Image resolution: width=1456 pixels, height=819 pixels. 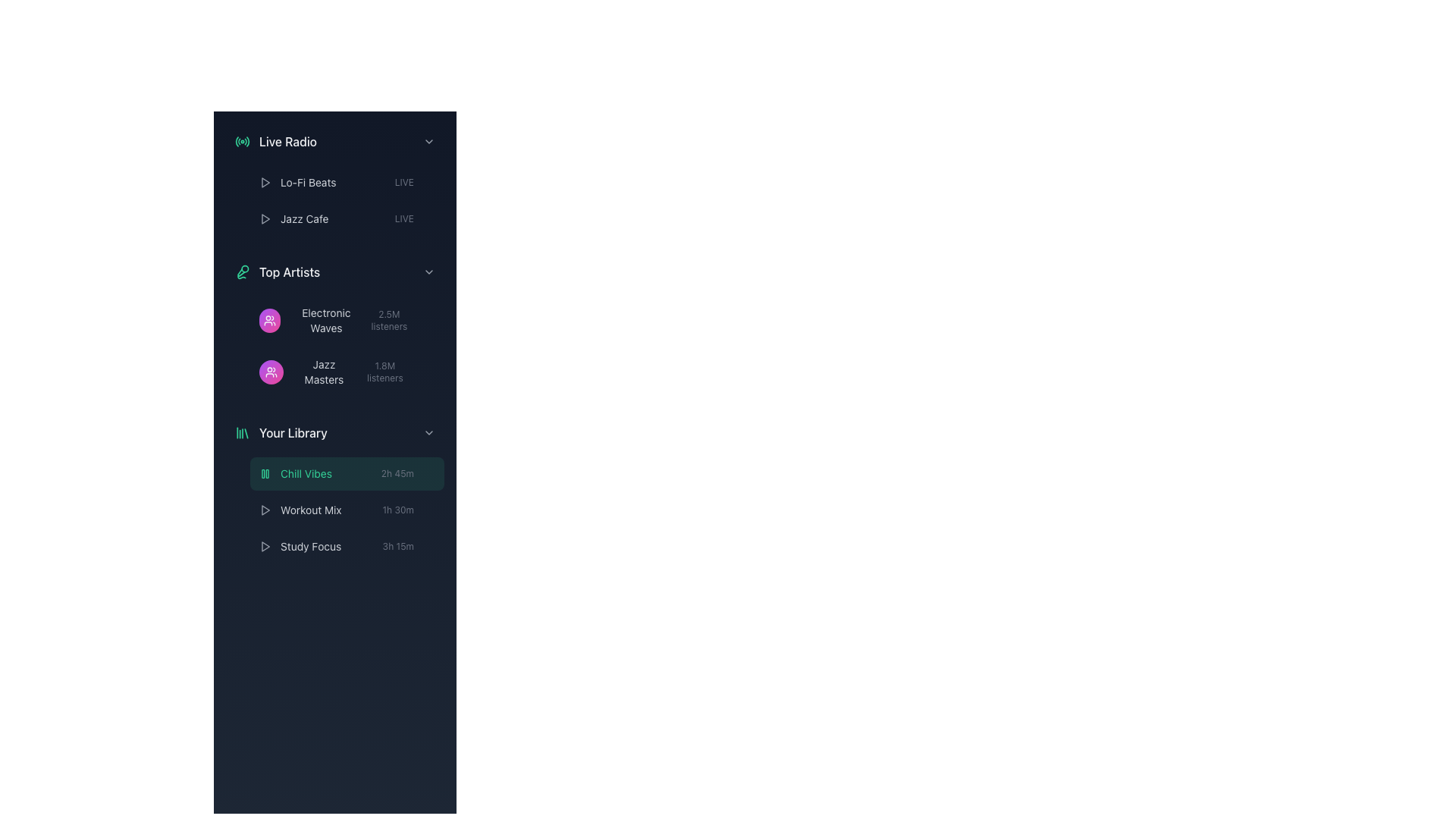 I want to click on the text label displaying the time duration located on the right-hand side of the 'Chill Vibes' entry in the 'Your Library' section, so click(x=408, y=472).